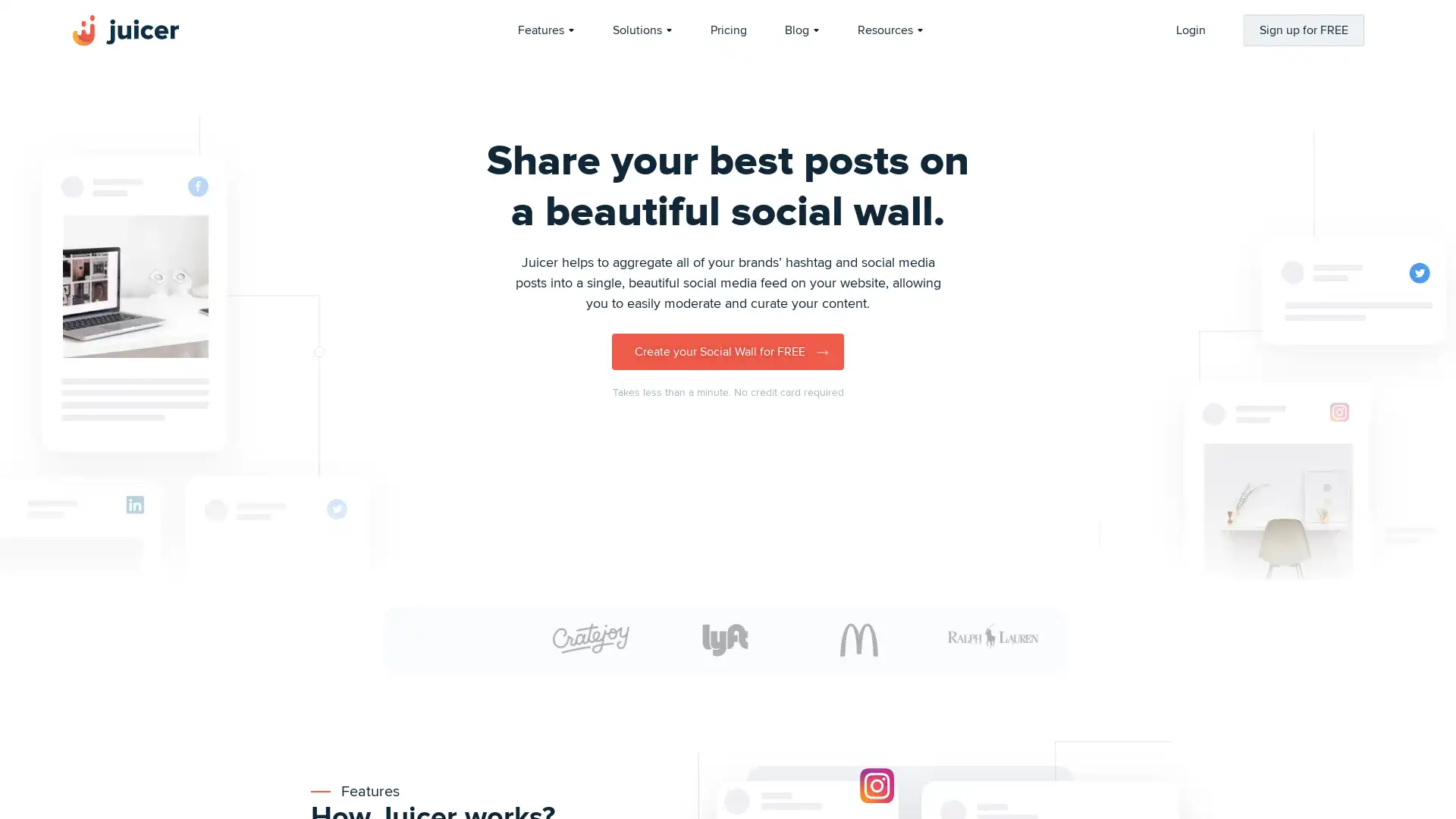 The height and width of the screenshot is (819, 1456). Describe the element at coordinates (728, 351) in the screenshot. I see `Create your Social Wall for FREE` at that location.